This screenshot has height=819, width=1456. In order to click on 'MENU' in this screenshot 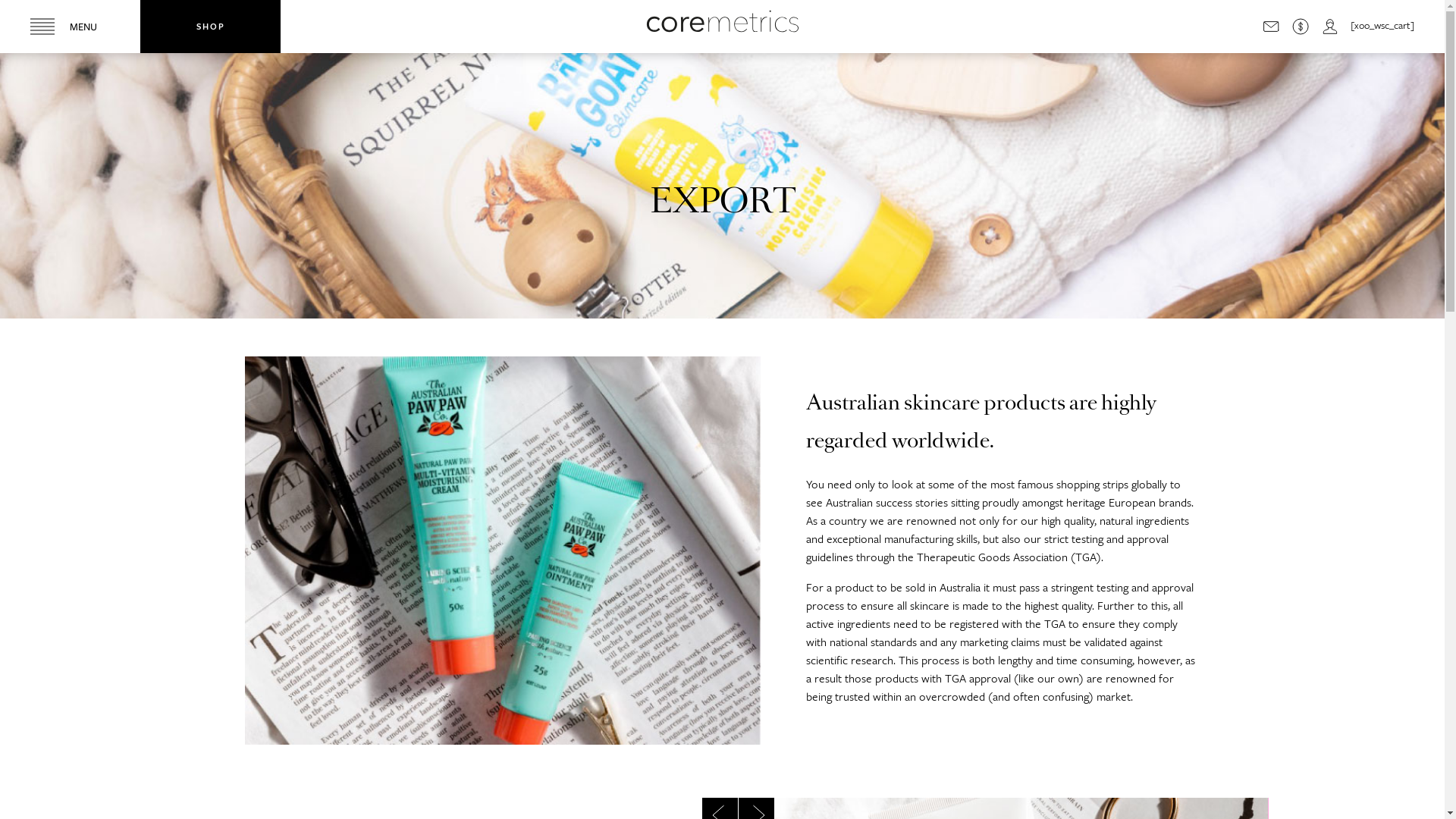, I will do `click(69, 26)`.